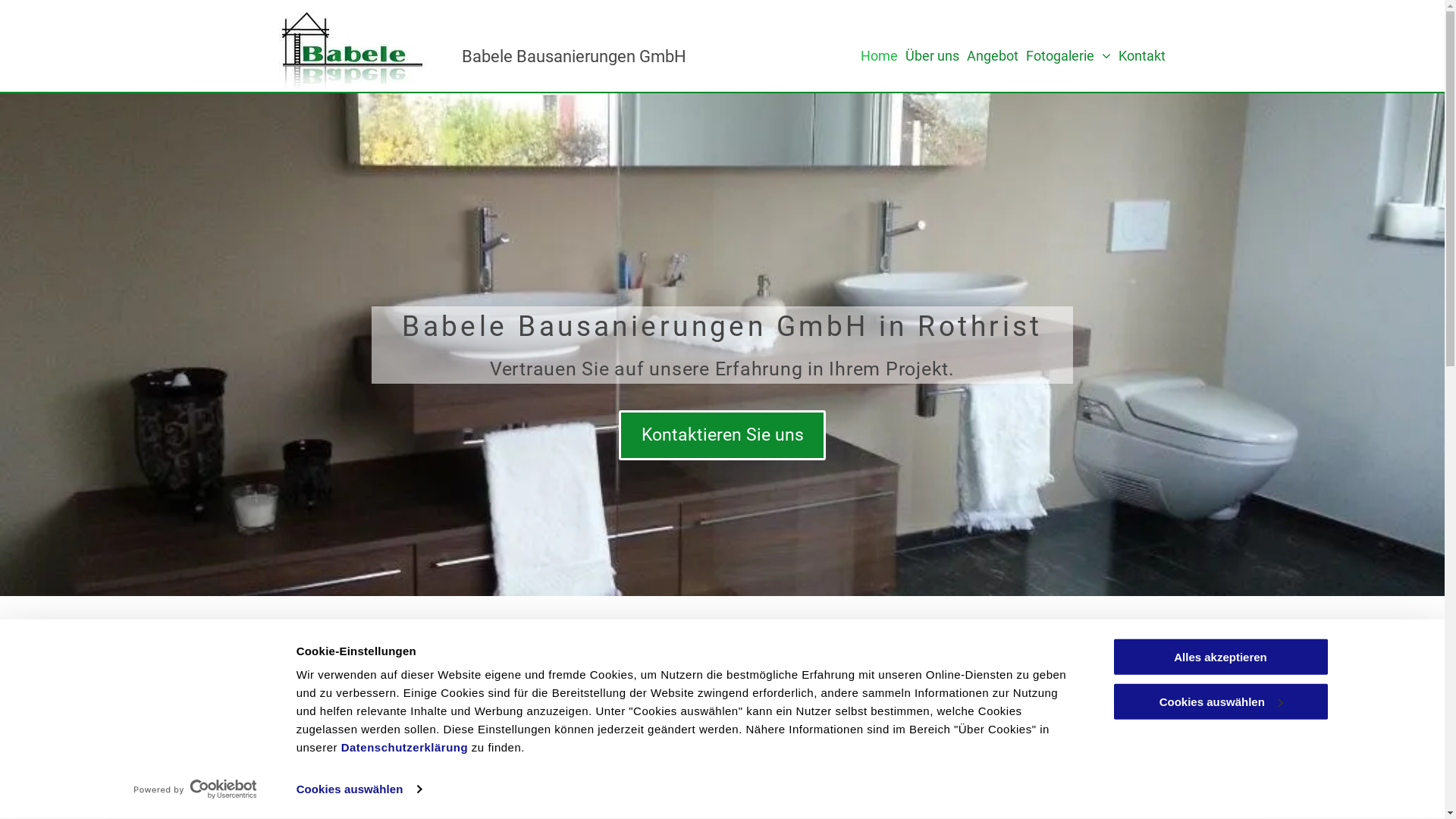 The image size is (1456, 819). Describe the element at coordinates (993, 55) in the screenshot. I see `'Angebot'` at that location.